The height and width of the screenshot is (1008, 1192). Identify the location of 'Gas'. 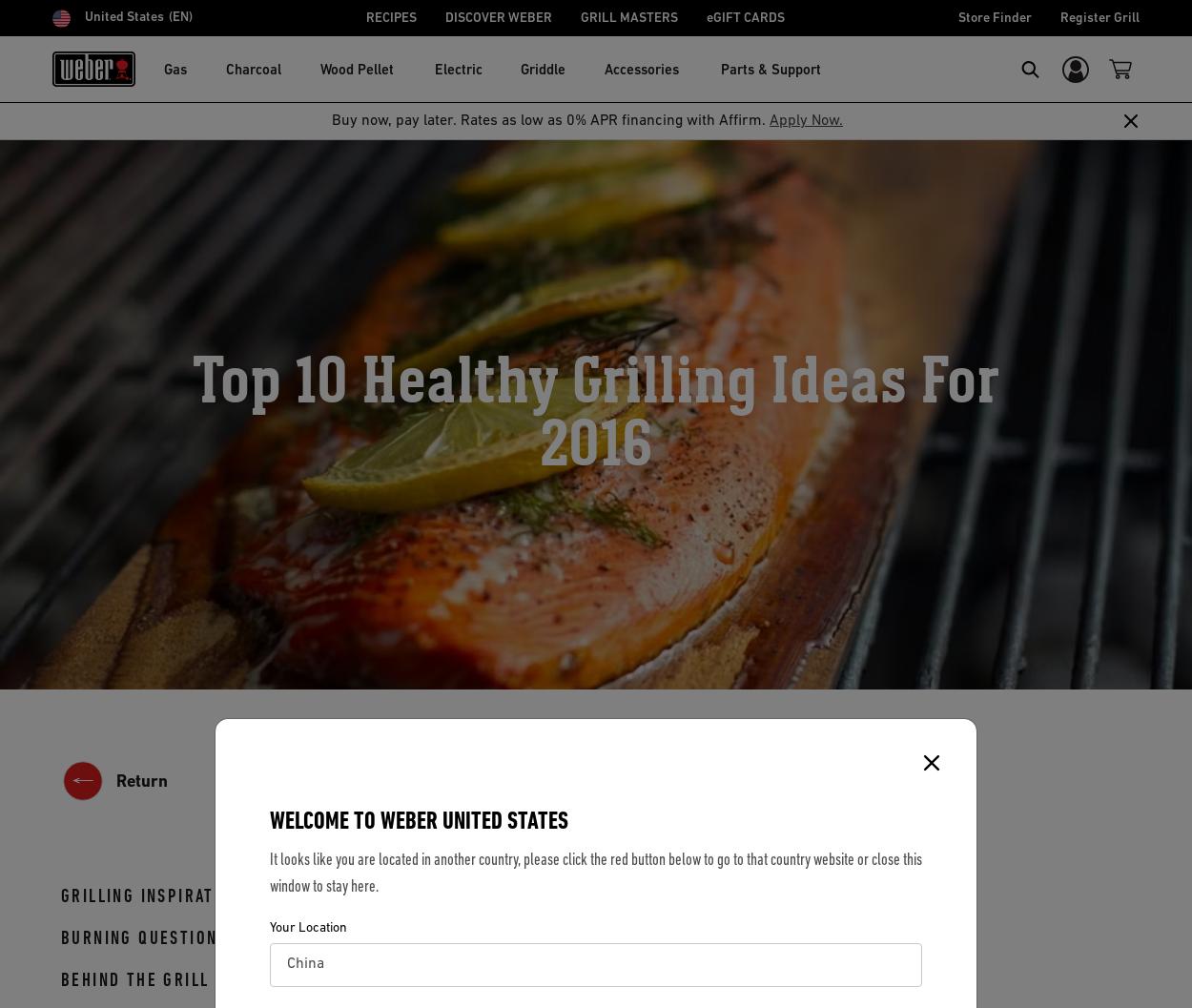
(164, 70).